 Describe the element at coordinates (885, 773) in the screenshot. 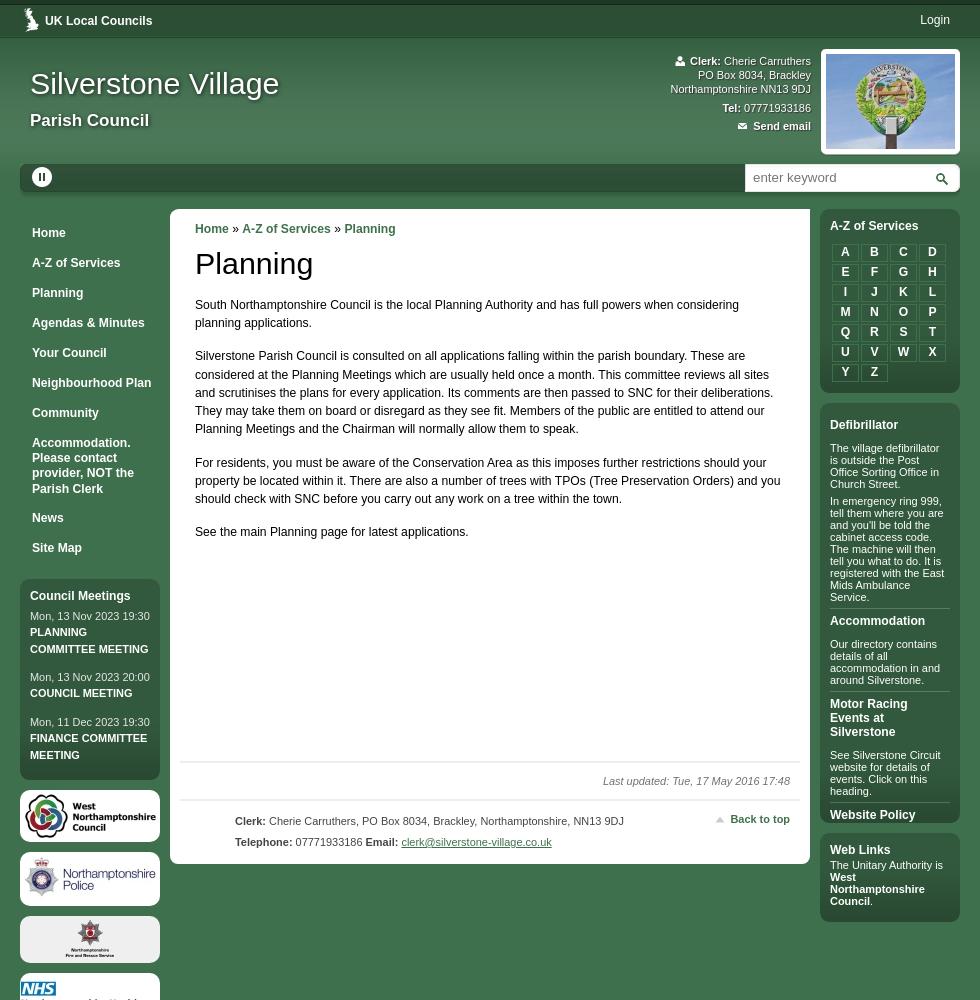

I see `'See Silverstone Circuit website for details of events. Click on this heading.'` at that location.